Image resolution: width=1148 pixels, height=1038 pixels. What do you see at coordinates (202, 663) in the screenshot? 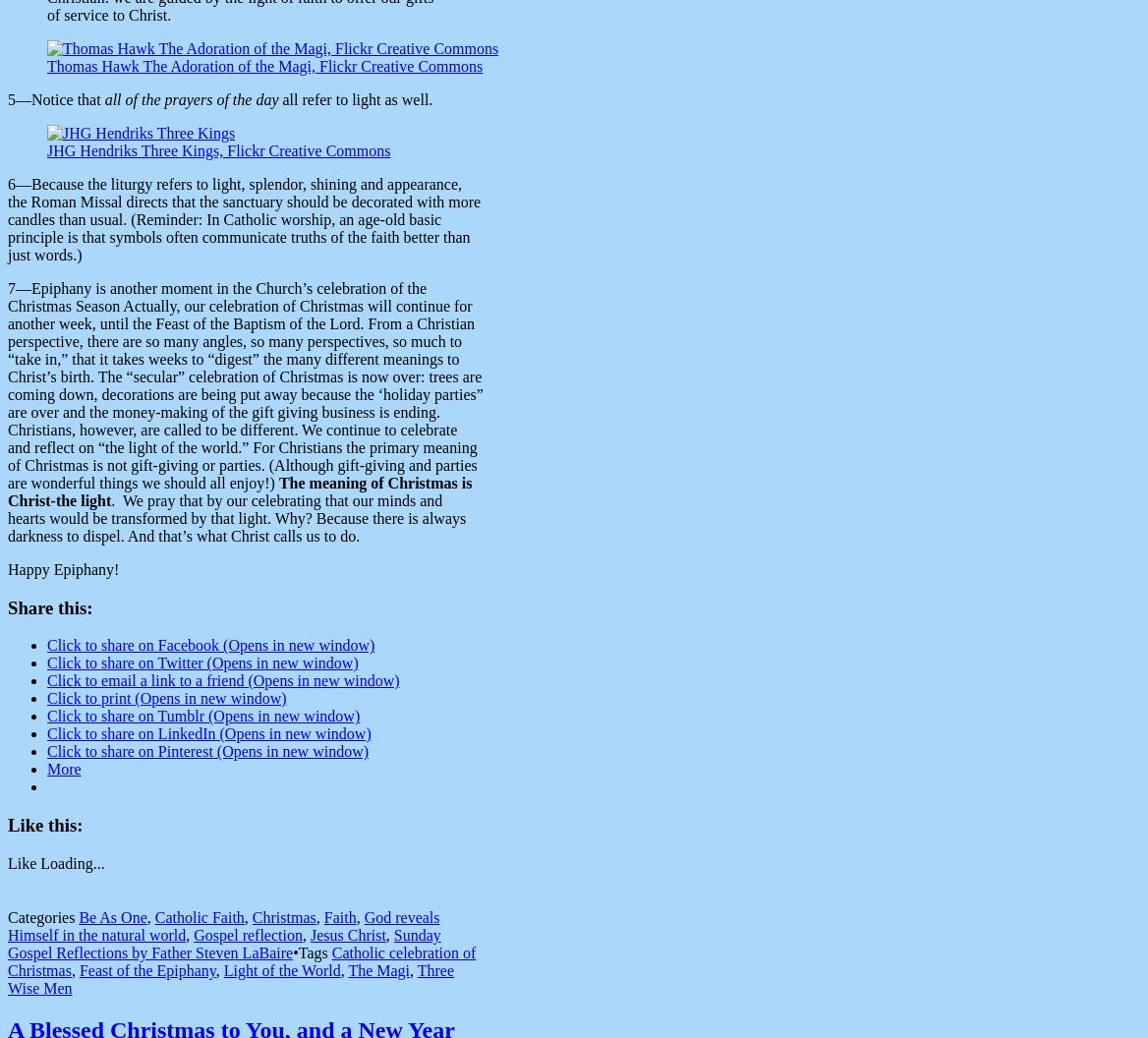
I see `'Click to share on Twitter (Opens in new window)'` at bounding box center [202, 663].